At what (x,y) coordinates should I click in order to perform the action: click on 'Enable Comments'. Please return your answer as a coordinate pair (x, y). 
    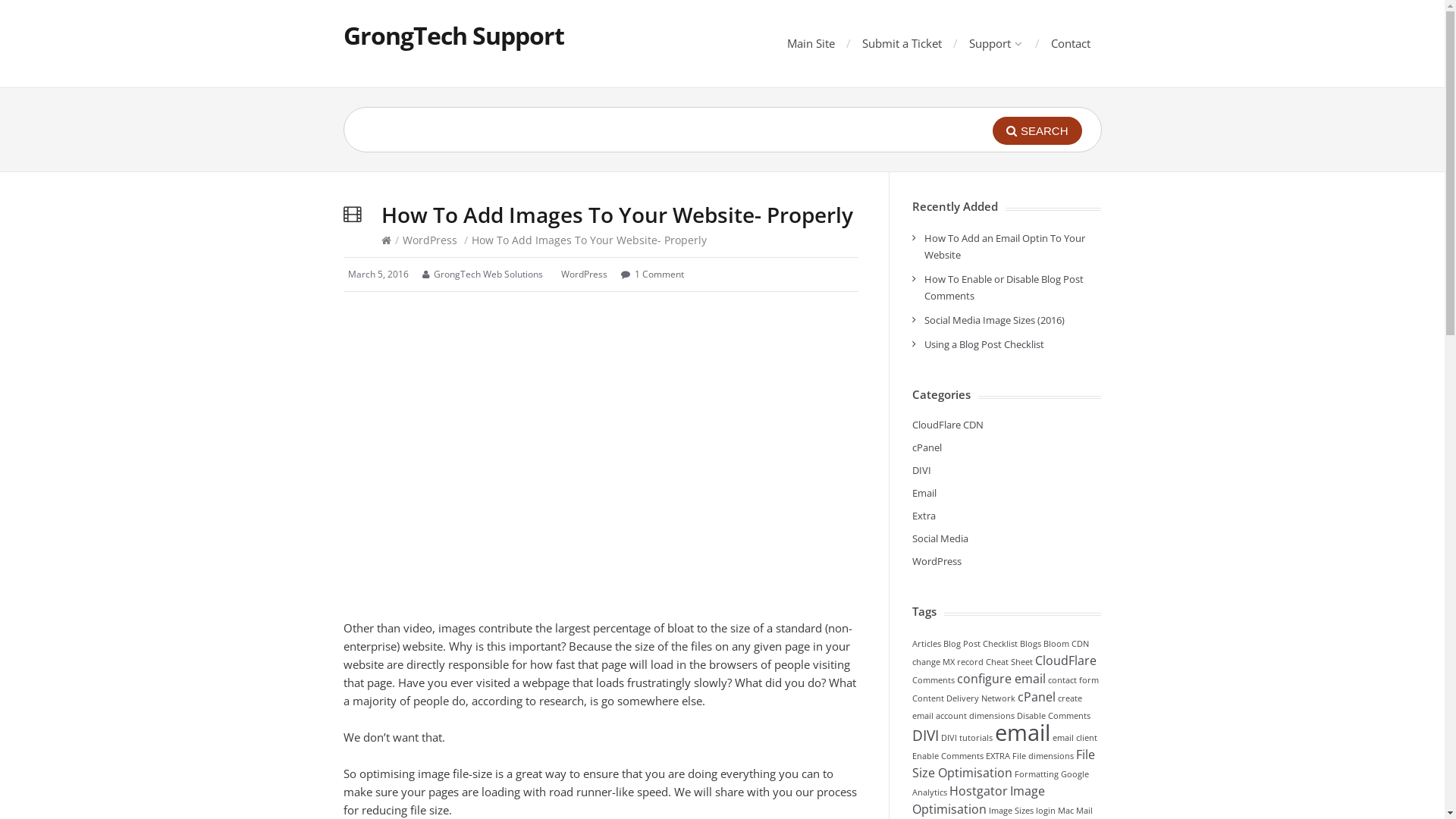
    Looking at the image, I should click on (946, 755).